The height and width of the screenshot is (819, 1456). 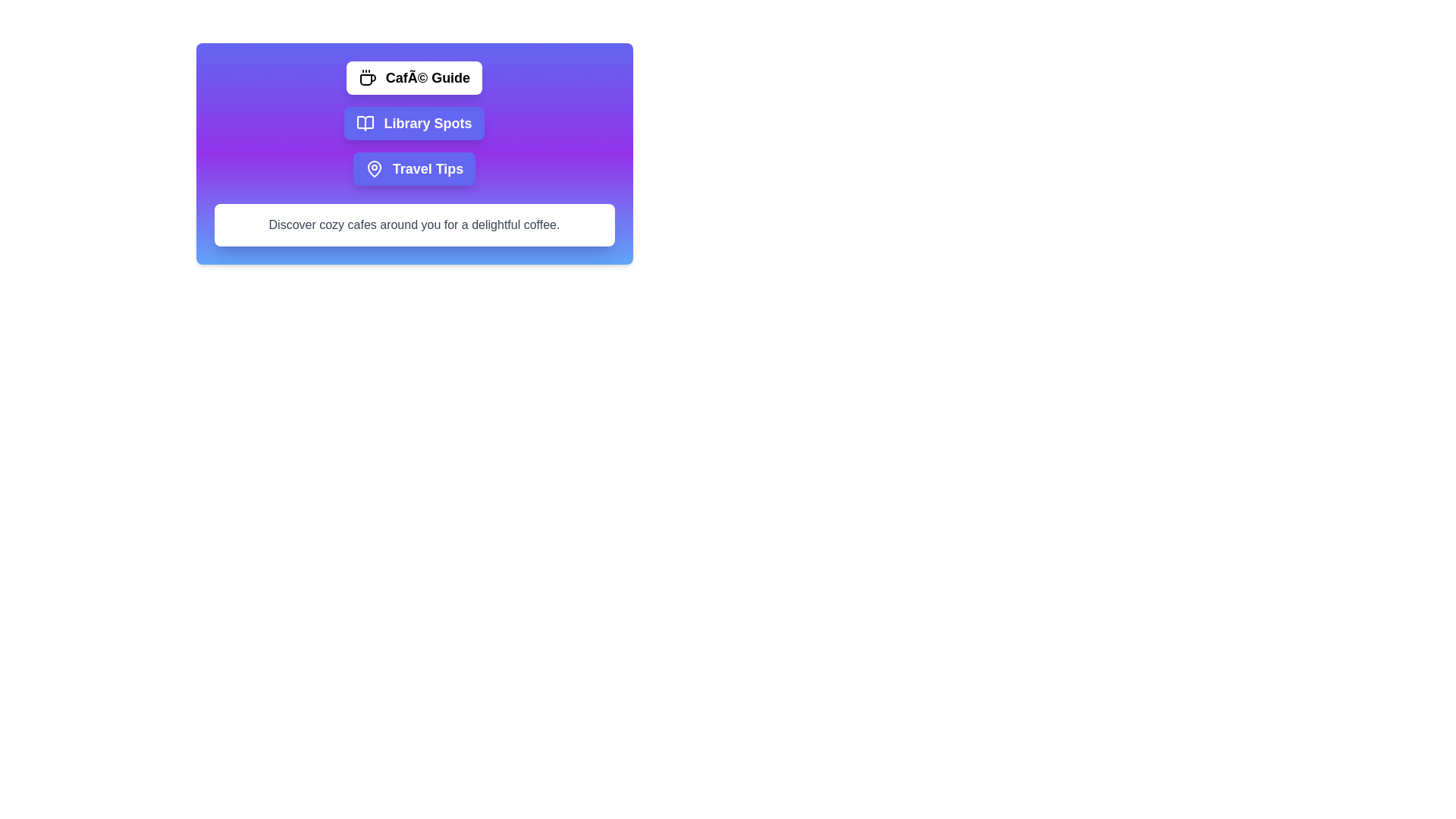 What do you see at coordinates (414, 122) in the screenshot?
I see `the tab labeled 'Library Spots' to view its content` at bounding box center [414, 122].